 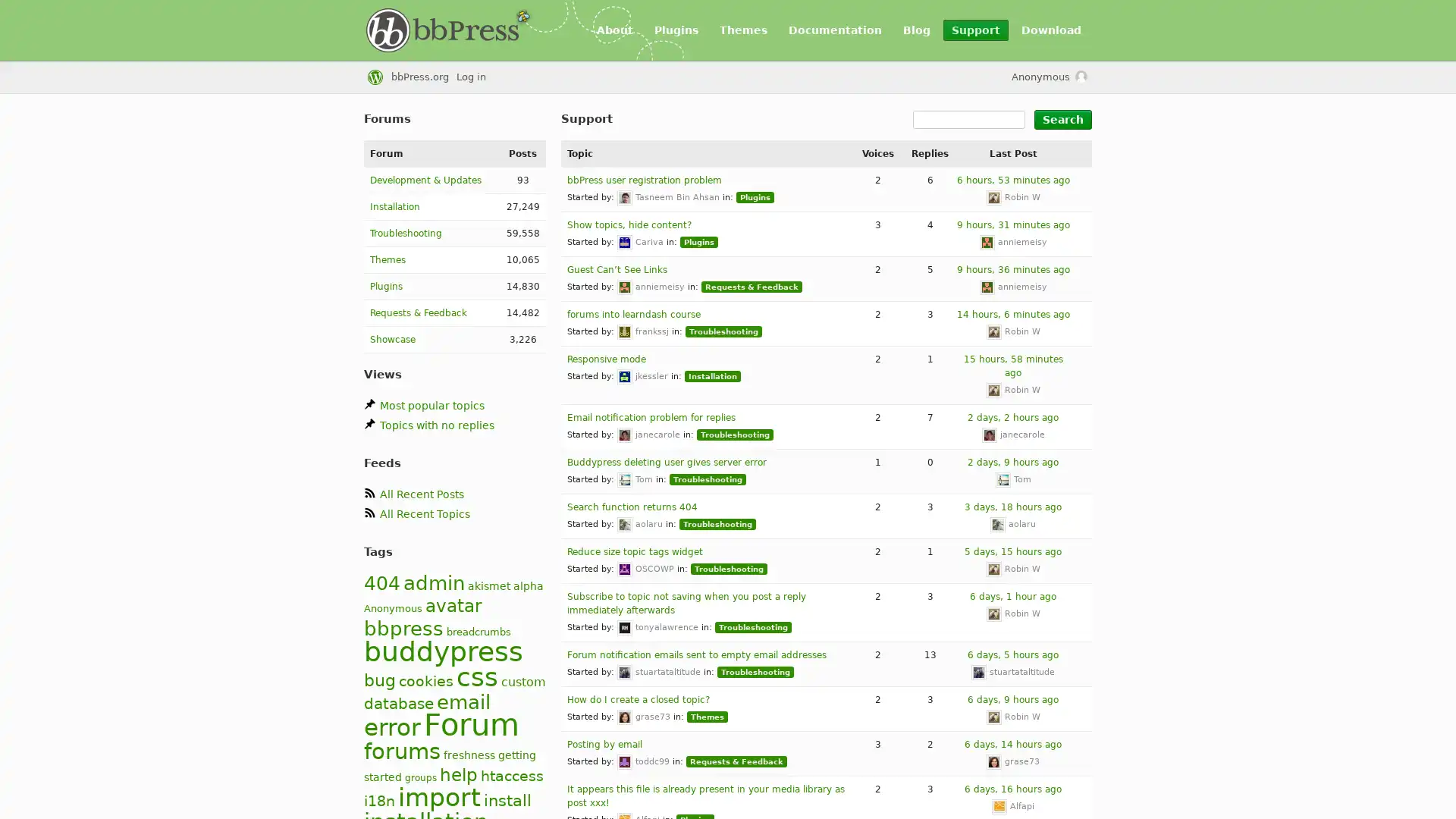 What do you see at coordinates (1062, 119) in the screenshot?
I see `Search` at bounding box center [1062, 119].